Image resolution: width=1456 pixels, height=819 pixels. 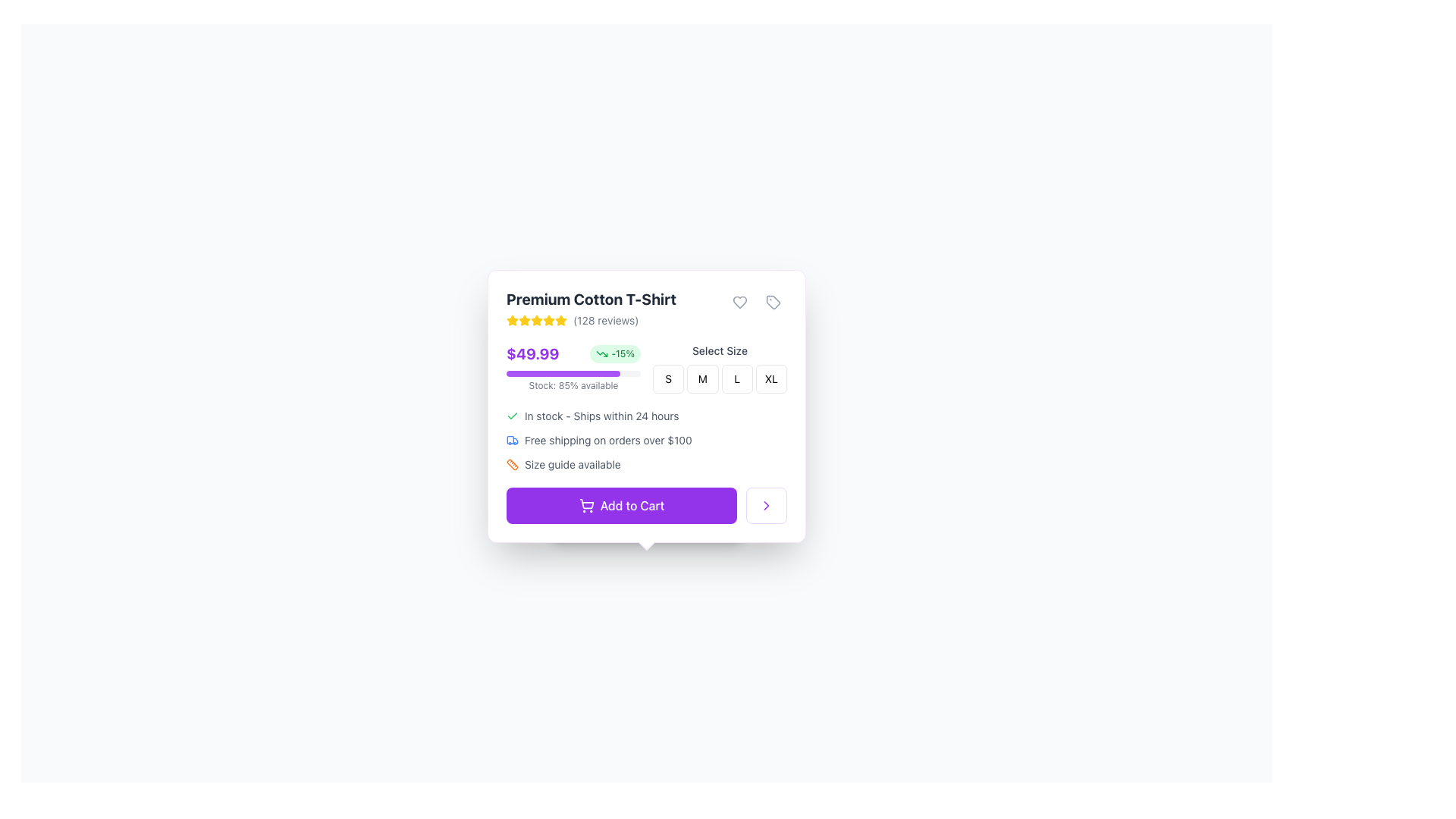 What do you see at coordinates (647, 441) in the screenshot?
I see `the static informational text indicating free shipping for orders exceeding $100, which is located below the 'In stock - Ships within 24 hours' row and above the 'Size guide available' row` at bounding box center [647, 441].